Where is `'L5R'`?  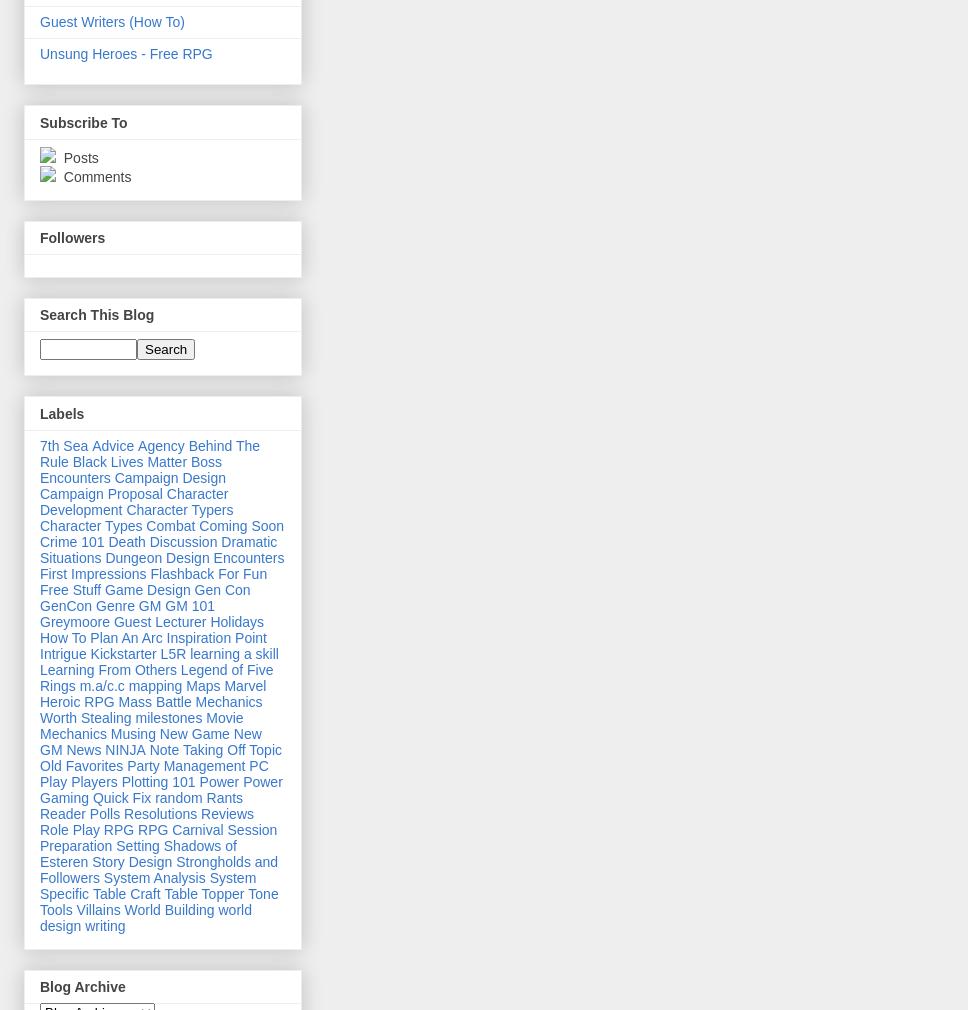
'L5R' is located at coordinates (172, 651).